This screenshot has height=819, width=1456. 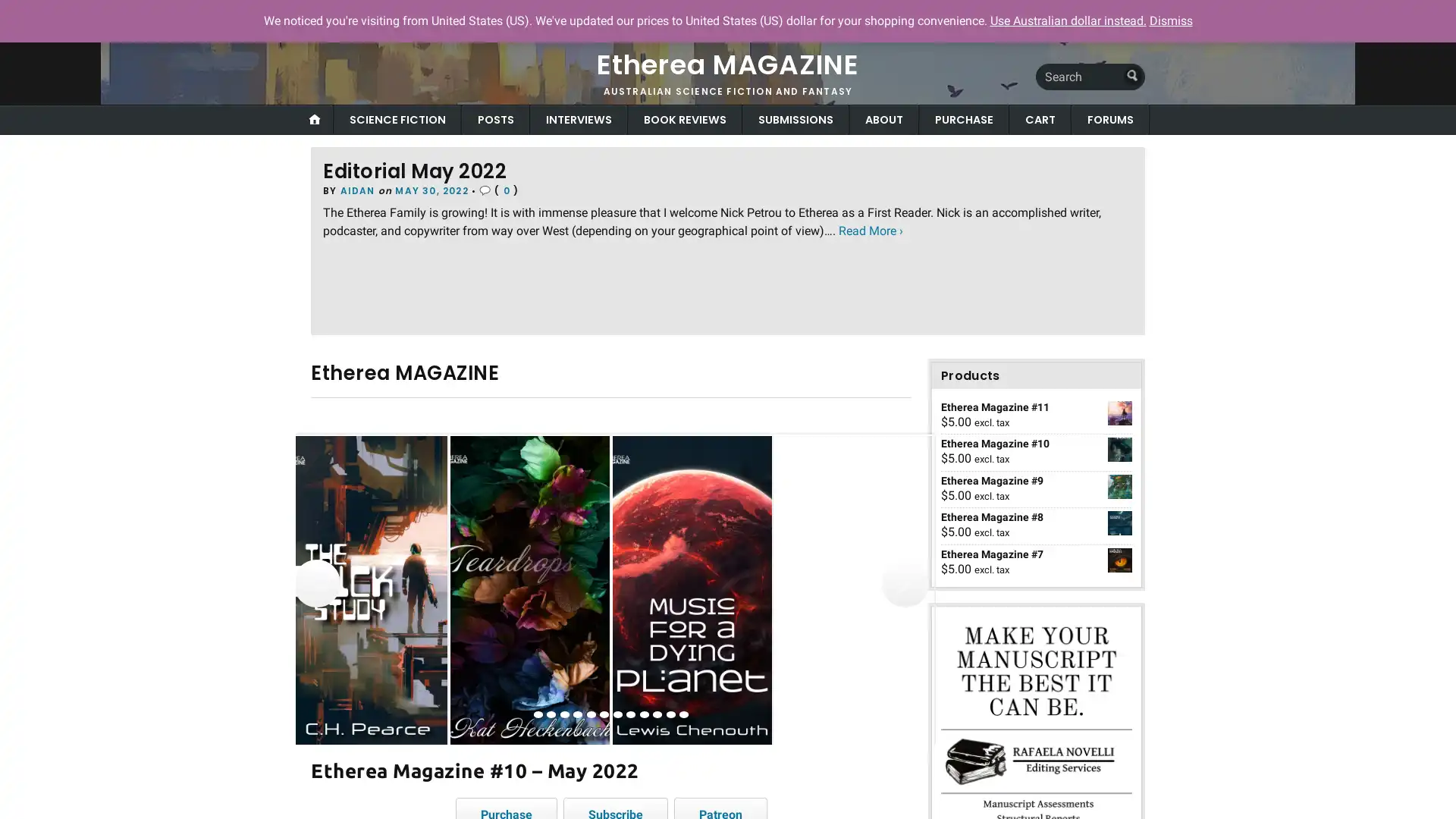 What do you see at coordinates (617, 714) in the screenshot?
I see `view image 7 of 12 in carousel` at bounding box center [617, 714].